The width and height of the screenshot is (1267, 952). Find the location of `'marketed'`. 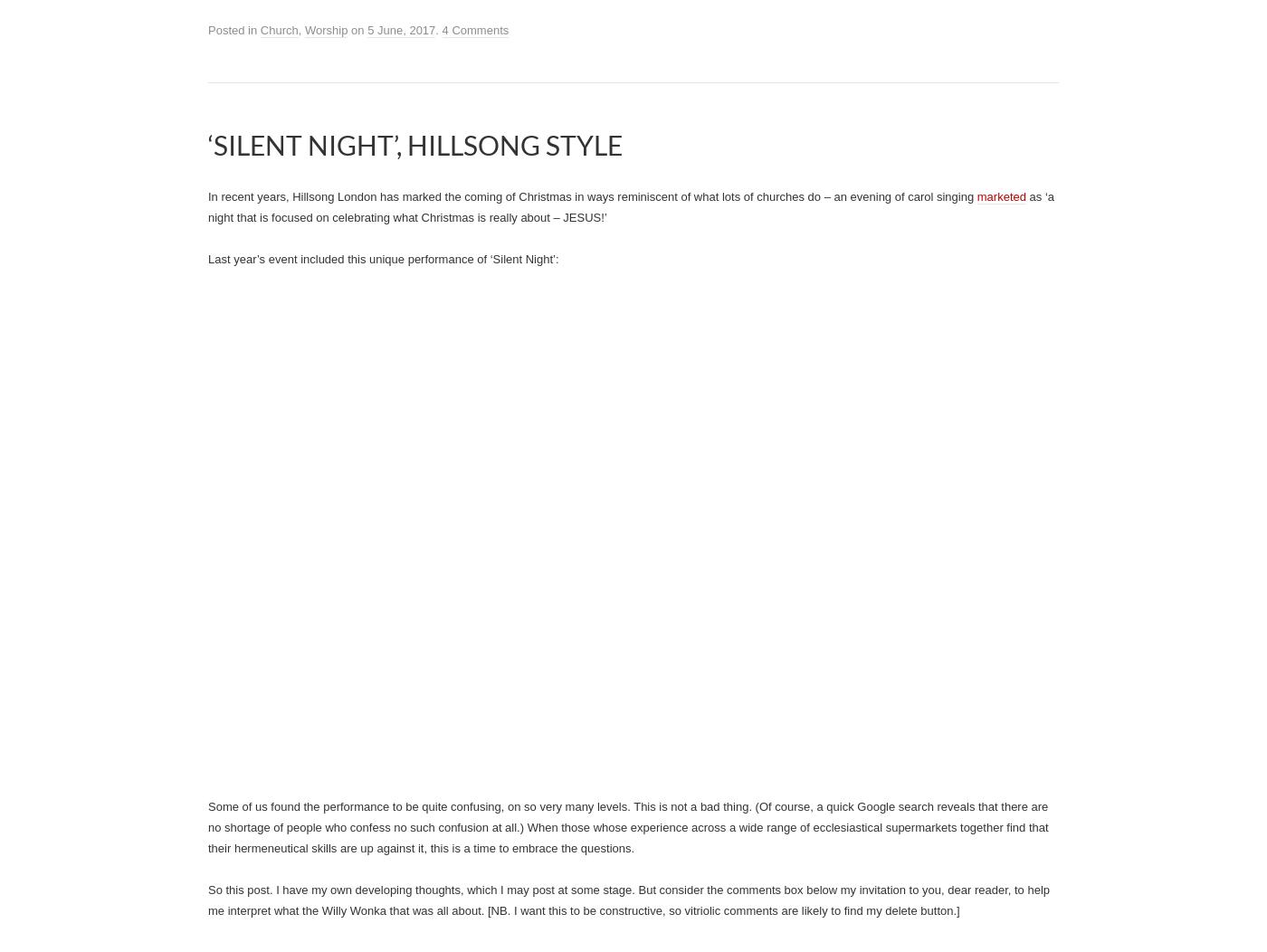

'marketed' is located at coordinates (1001, 196).